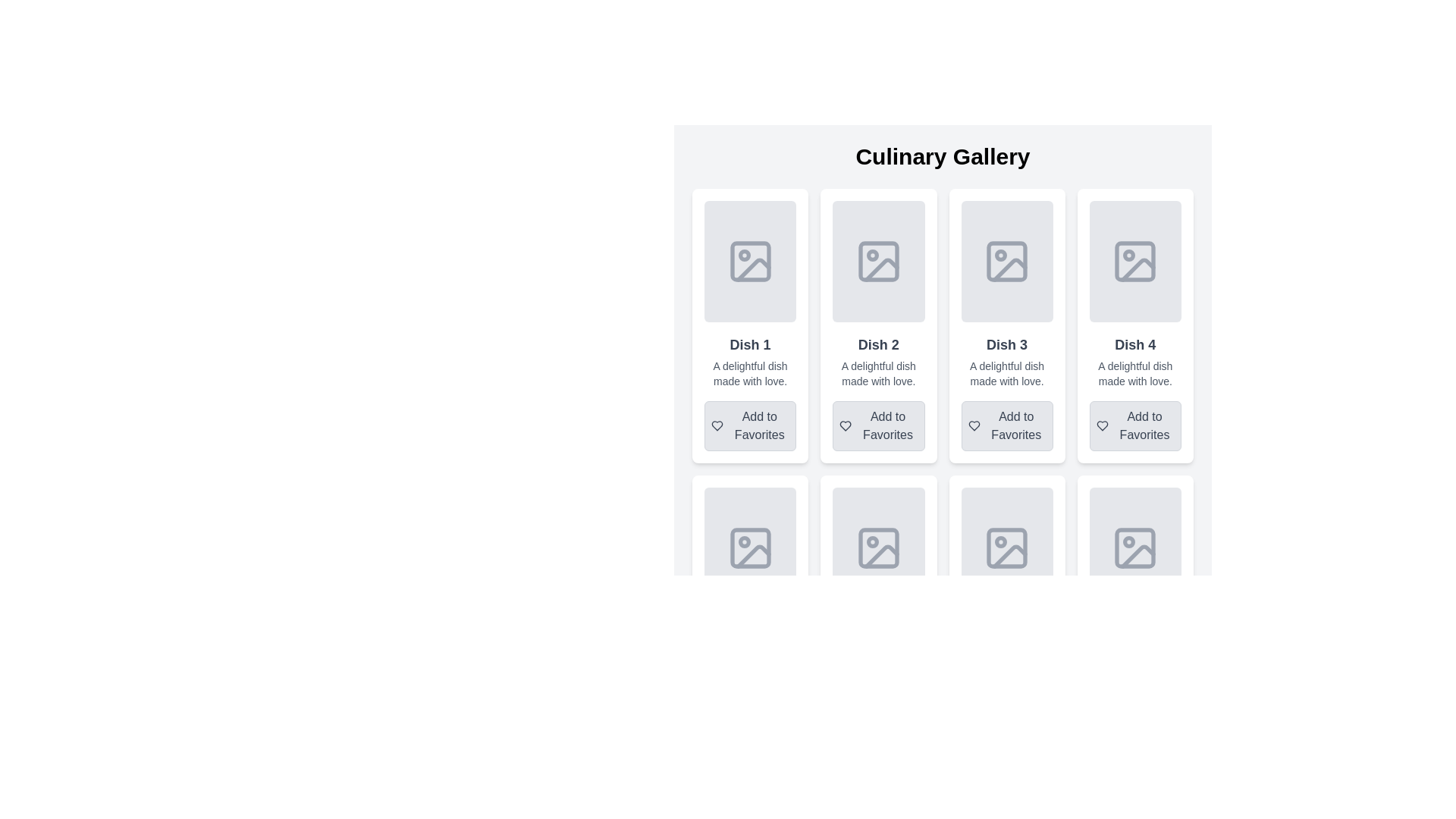 The width and height of the screenshot is (1456, 819). Describe the element at coordinates (878, 260) in the screenshot. I see `the image placeholder icon located in the 'Dish 2' card of the 'Culinary Gallery', which is centrally positioned above the text descriptions and 'Add to Favorites' button` at that location.